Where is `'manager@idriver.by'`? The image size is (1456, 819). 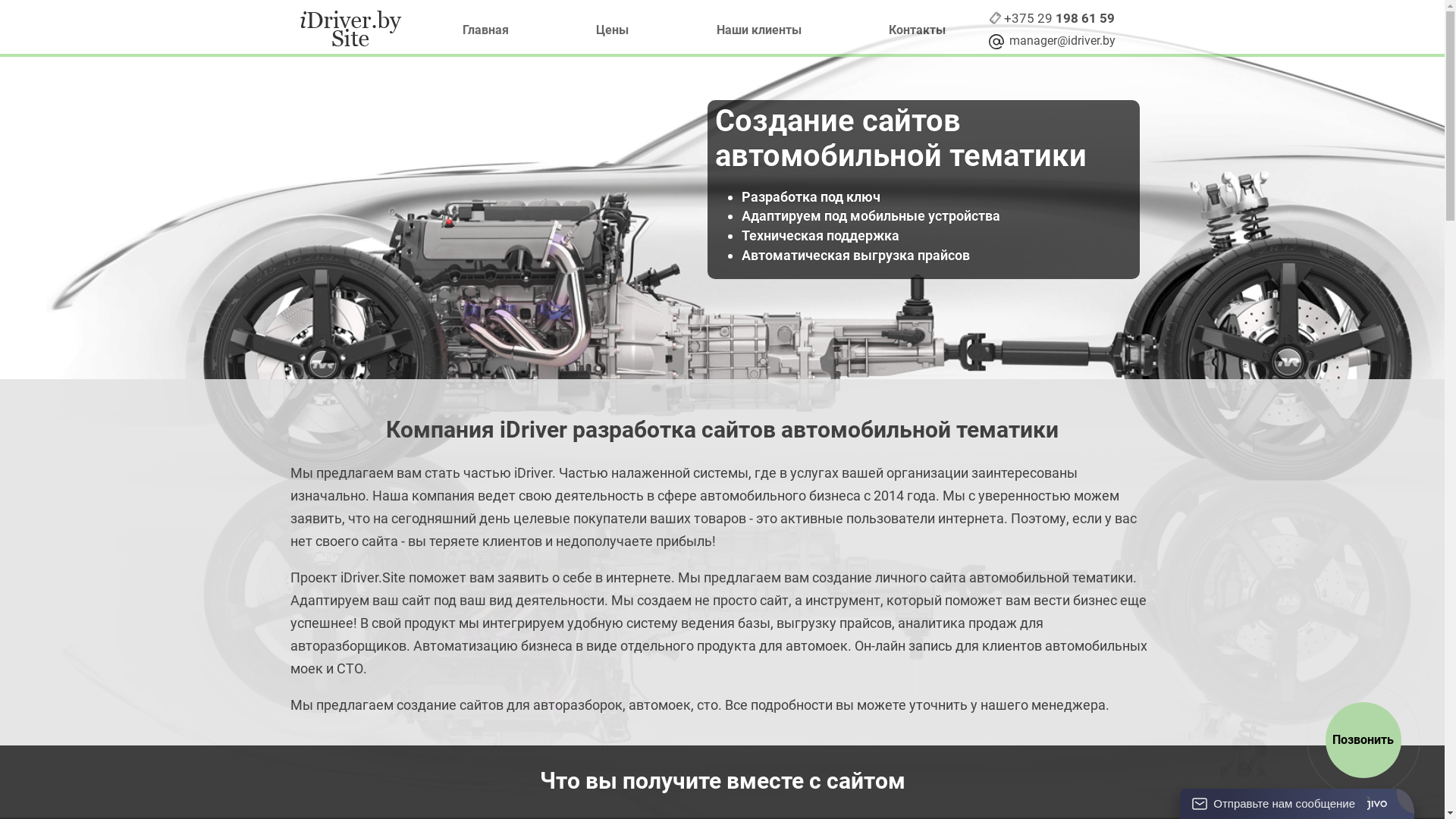
'manager@idriver.by' is located at coordinates (1004, 40).